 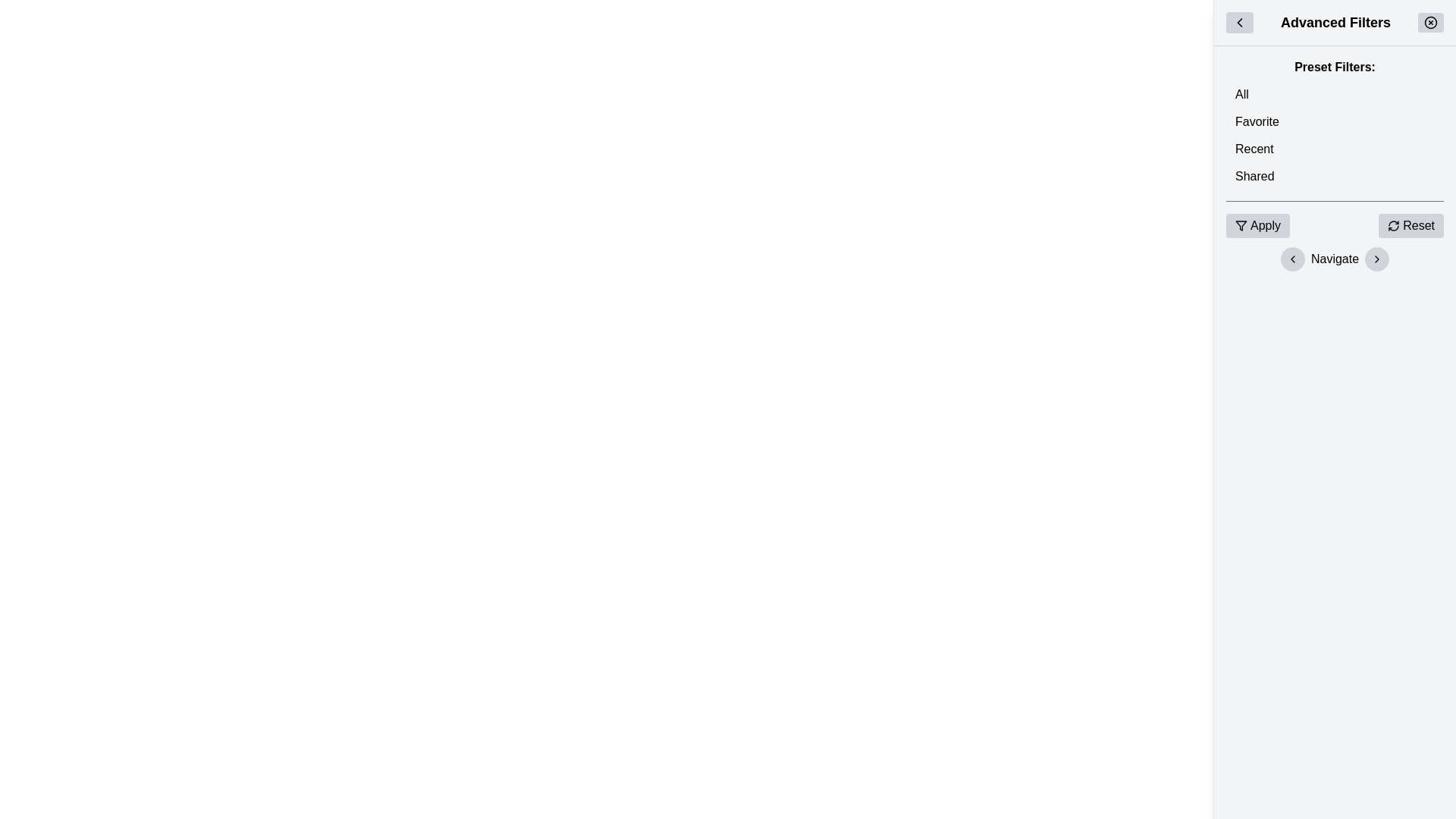 I want to click on the right chevron button of the Navigation control that contains the text 'Navigate' and is flanked by two circular buttons, so click(x=1335, y=259).